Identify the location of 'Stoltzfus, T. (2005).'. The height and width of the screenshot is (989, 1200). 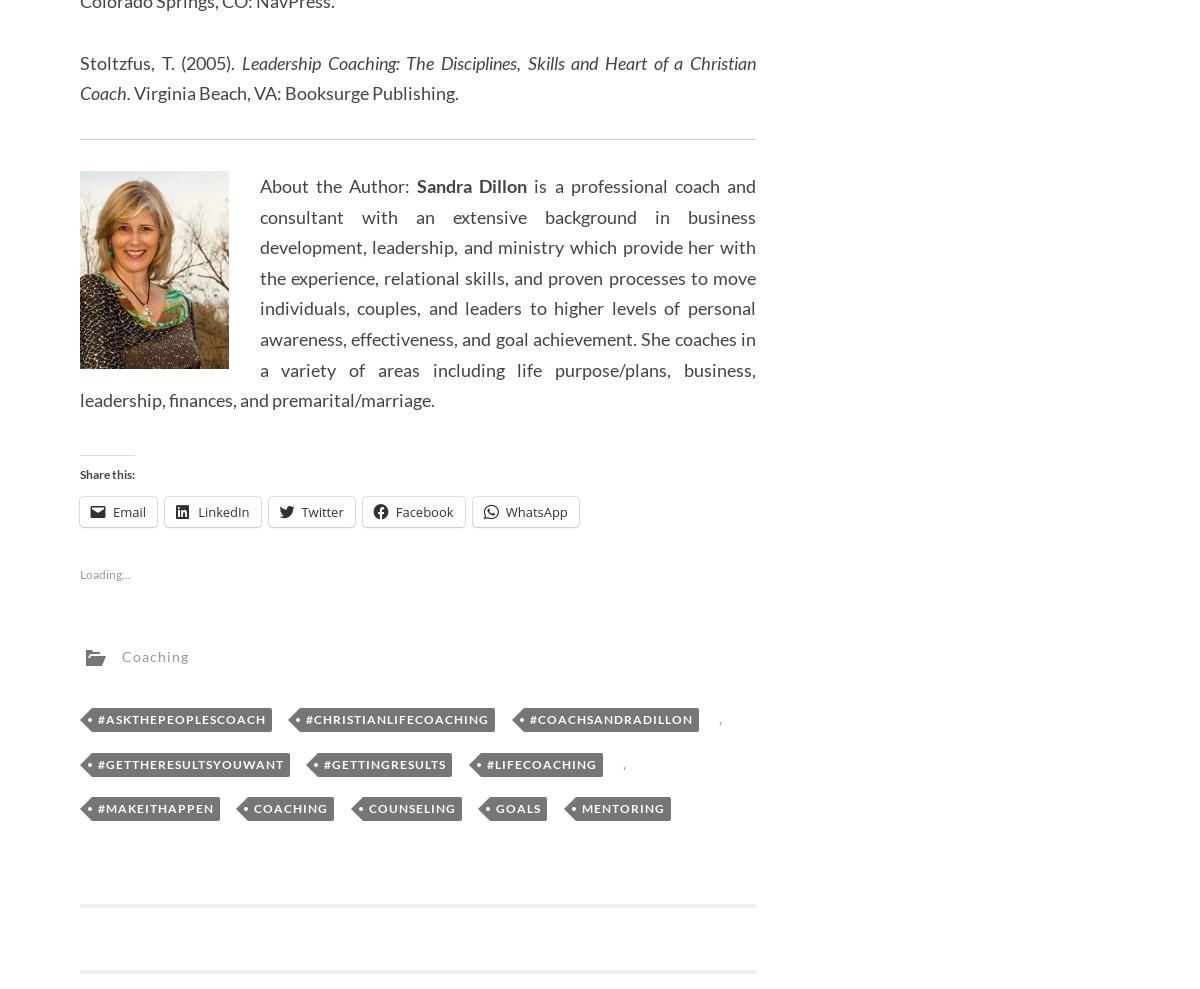
(80, 62).